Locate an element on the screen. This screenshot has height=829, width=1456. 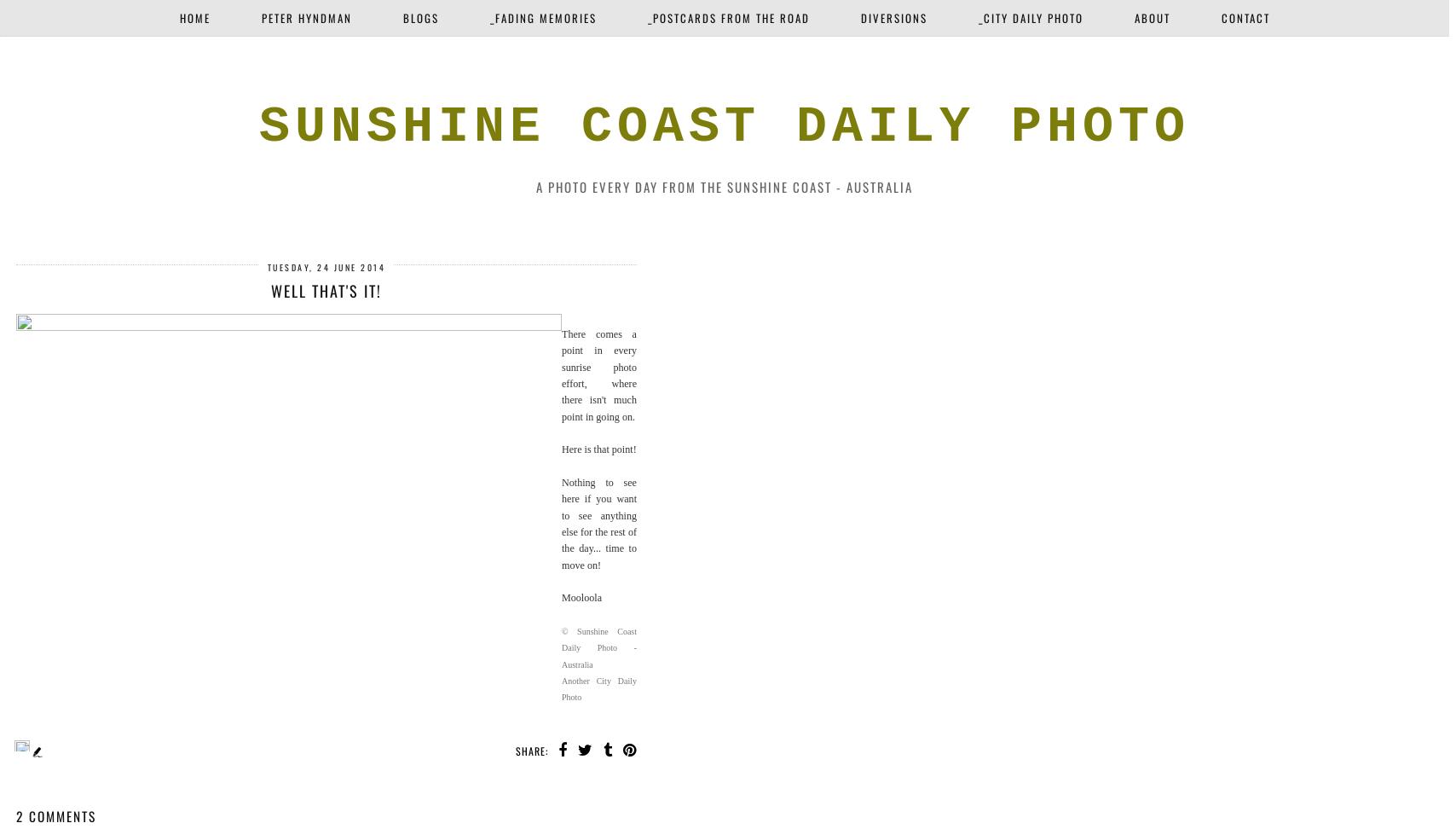
'Mooloola' is located at coordinates (581, 597).